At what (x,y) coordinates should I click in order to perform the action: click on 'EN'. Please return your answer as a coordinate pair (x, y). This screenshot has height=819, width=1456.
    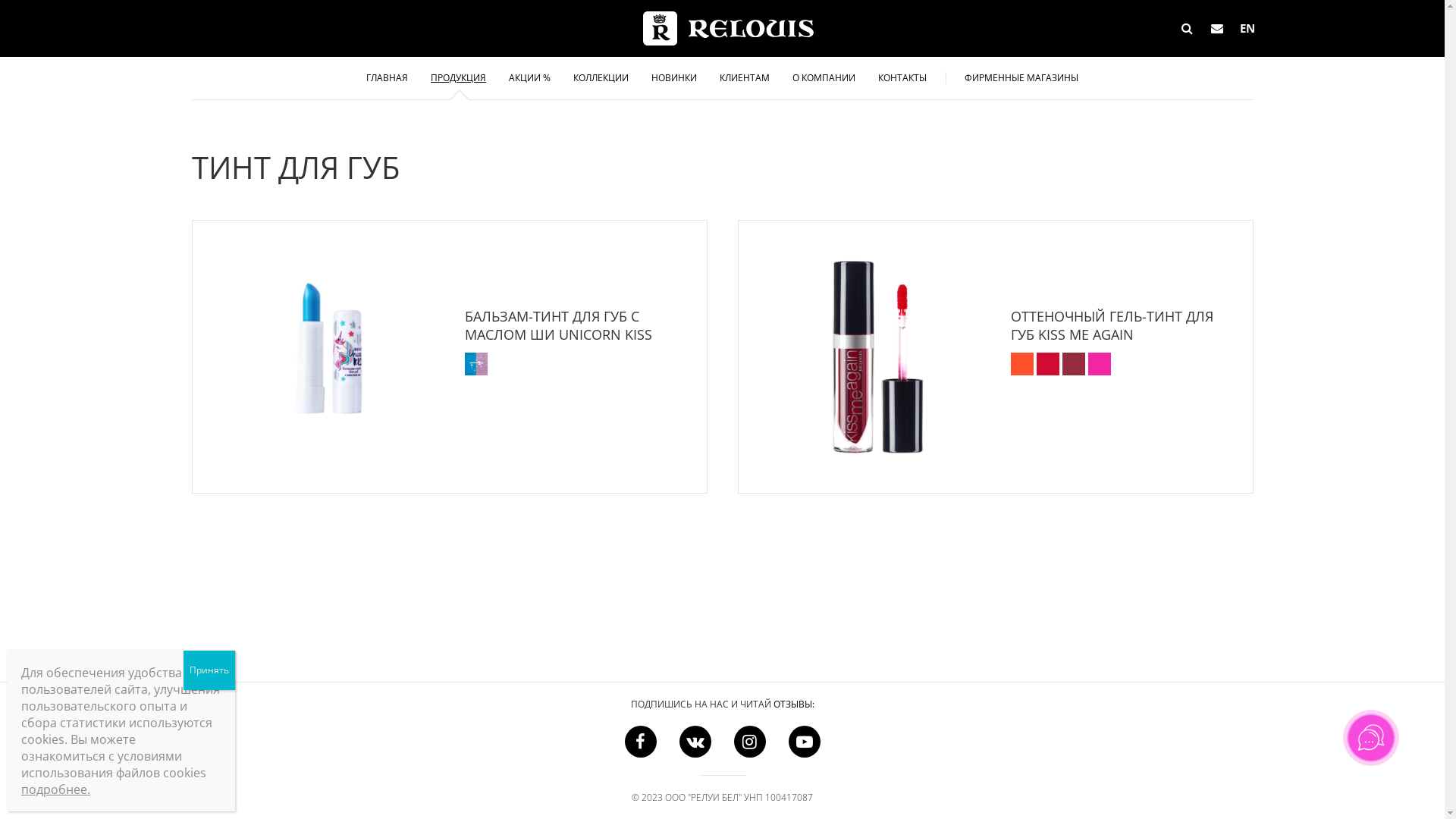
    Looking at the image, I should click on (1247, 28).